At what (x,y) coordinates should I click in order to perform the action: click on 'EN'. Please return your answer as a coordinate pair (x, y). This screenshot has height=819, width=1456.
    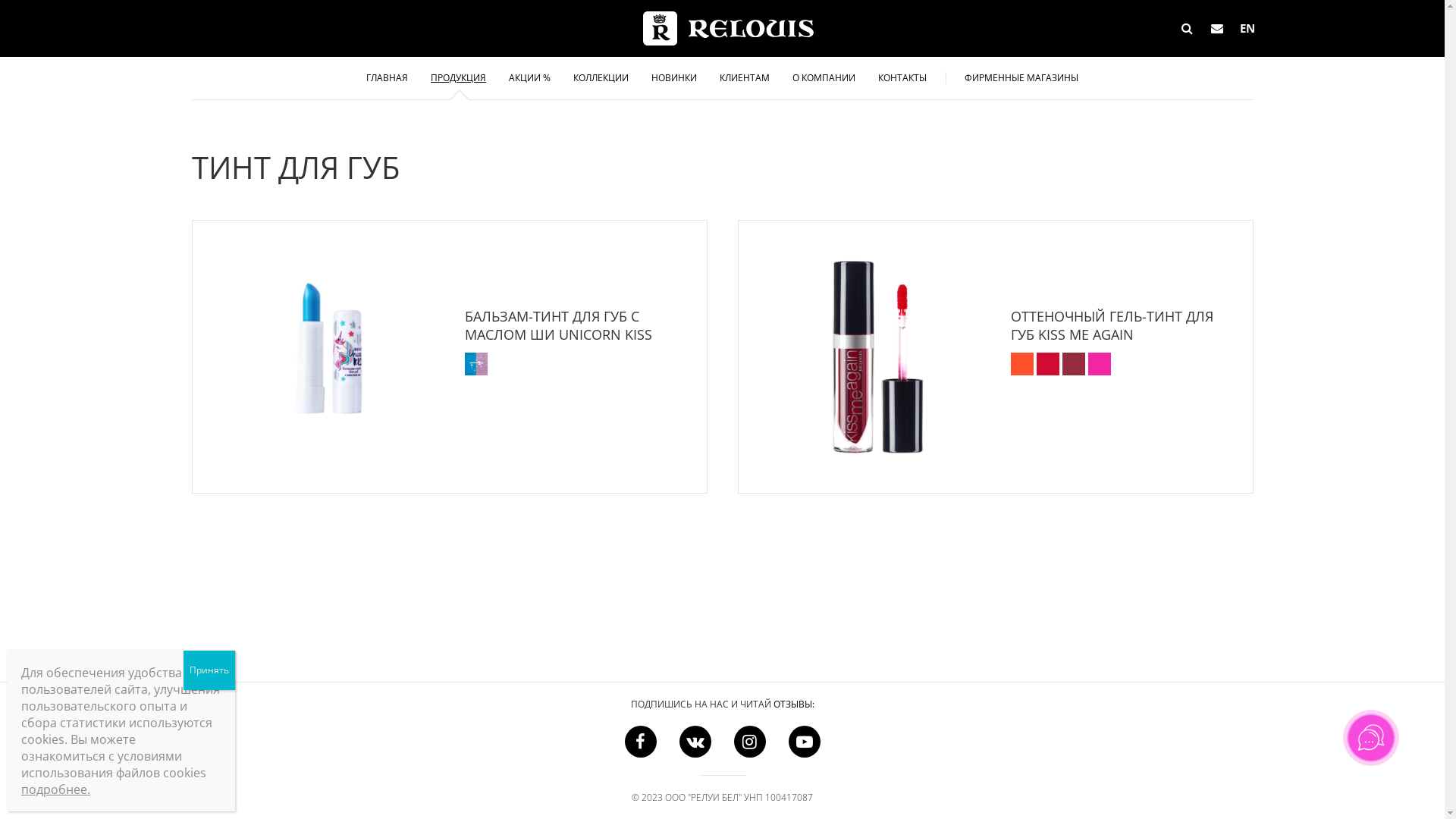
    Looking at the image, I should click on (1247, 28).